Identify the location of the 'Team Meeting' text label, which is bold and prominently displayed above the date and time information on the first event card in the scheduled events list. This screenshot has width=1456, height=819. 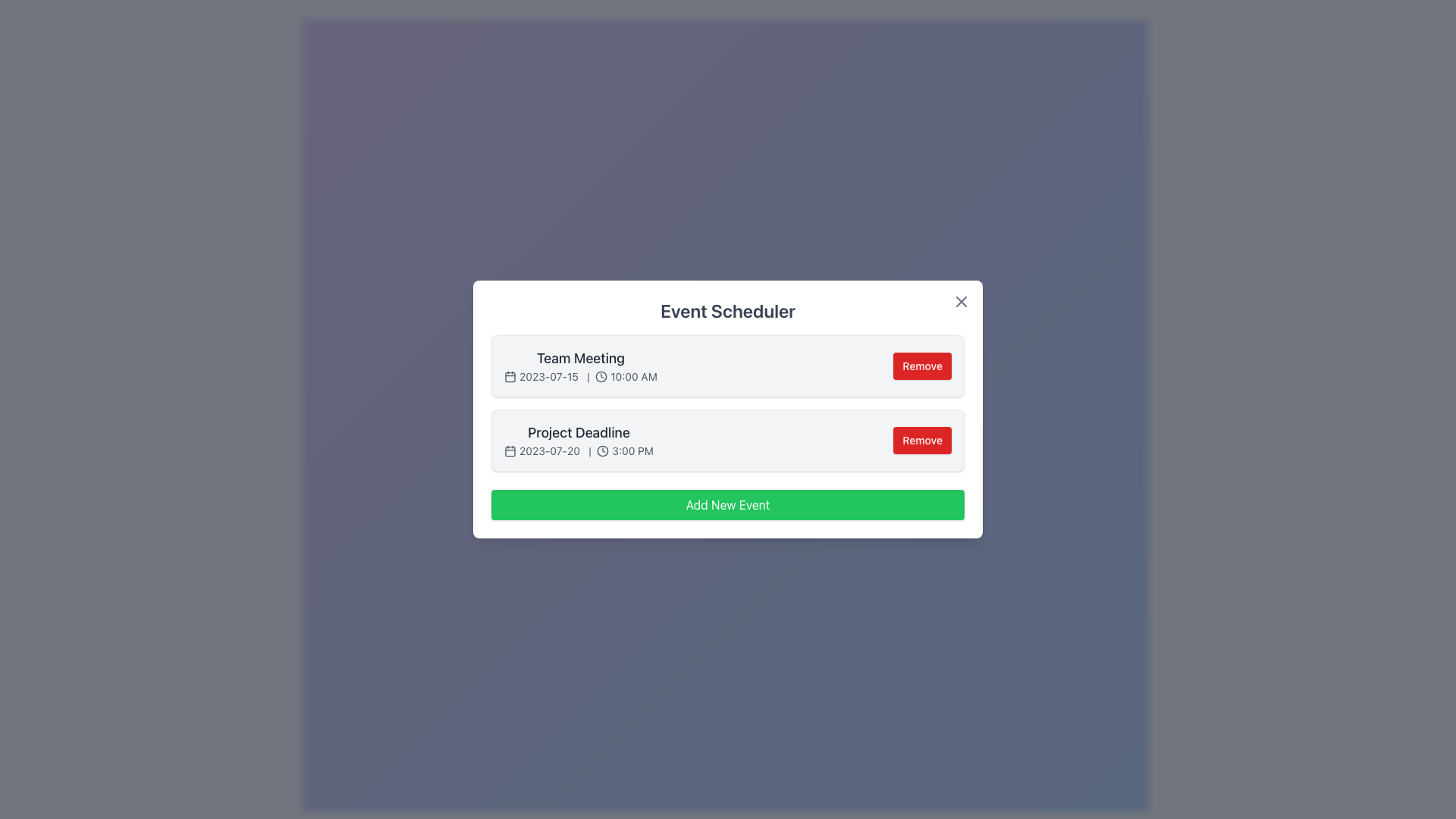
(579, 359).